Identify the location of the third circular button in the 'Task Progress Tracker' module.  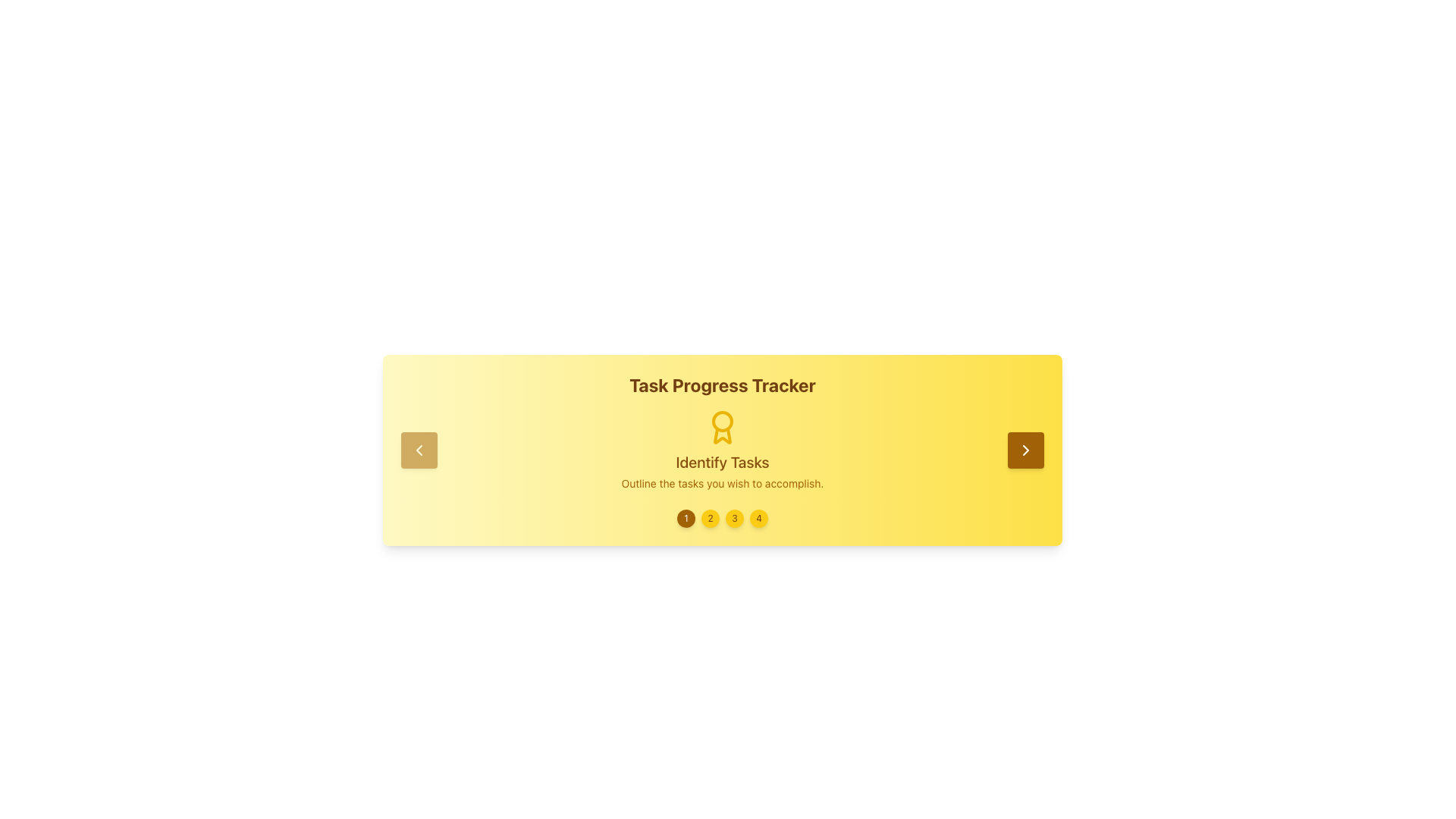
(735, 517).